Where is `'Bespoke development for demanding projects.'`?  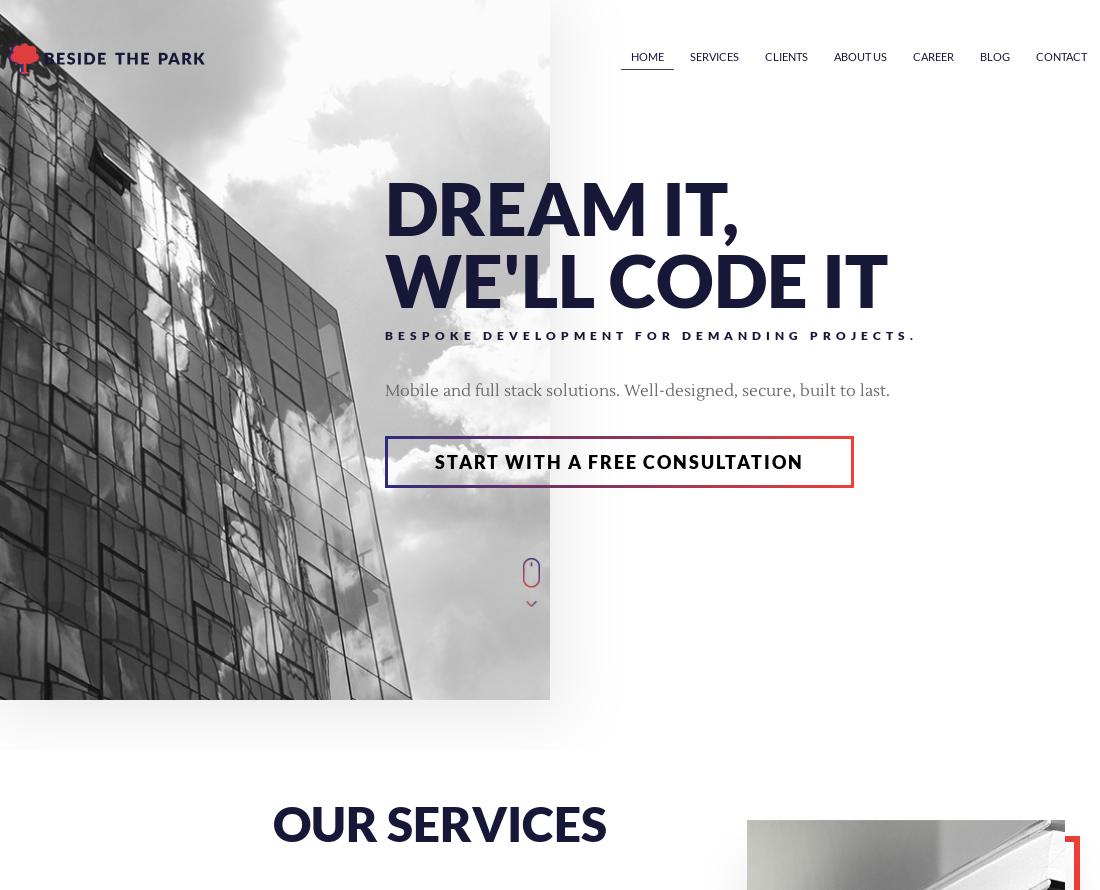 'Bespoke development for demanding projects.' is located at coordinates (651, 335).